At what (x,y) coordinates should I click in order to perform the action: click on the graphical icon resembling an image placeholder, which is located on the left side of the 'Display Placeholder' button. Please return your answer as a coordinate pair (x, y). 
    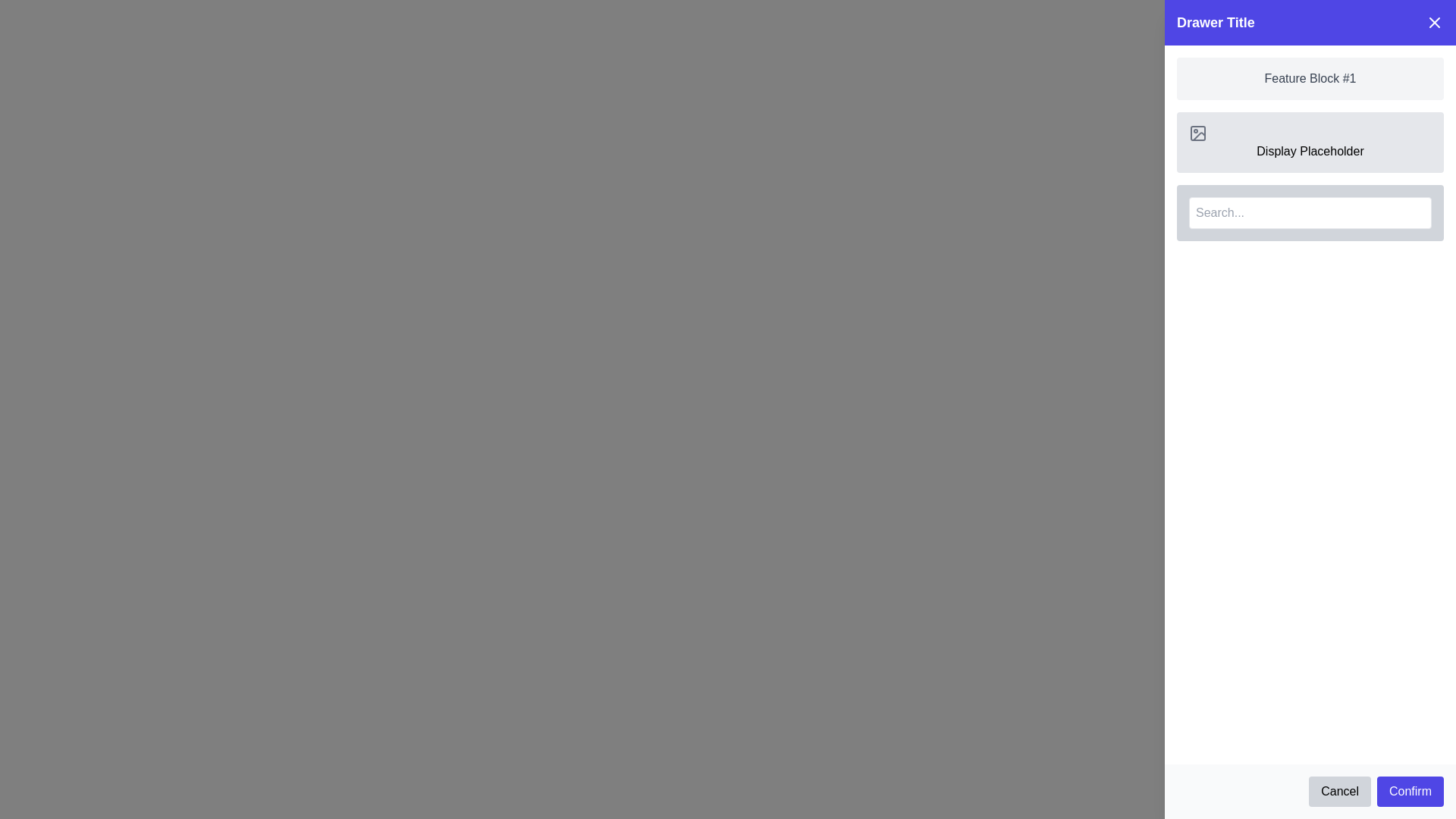
    Looking at the image, I should click on (1197, 133).